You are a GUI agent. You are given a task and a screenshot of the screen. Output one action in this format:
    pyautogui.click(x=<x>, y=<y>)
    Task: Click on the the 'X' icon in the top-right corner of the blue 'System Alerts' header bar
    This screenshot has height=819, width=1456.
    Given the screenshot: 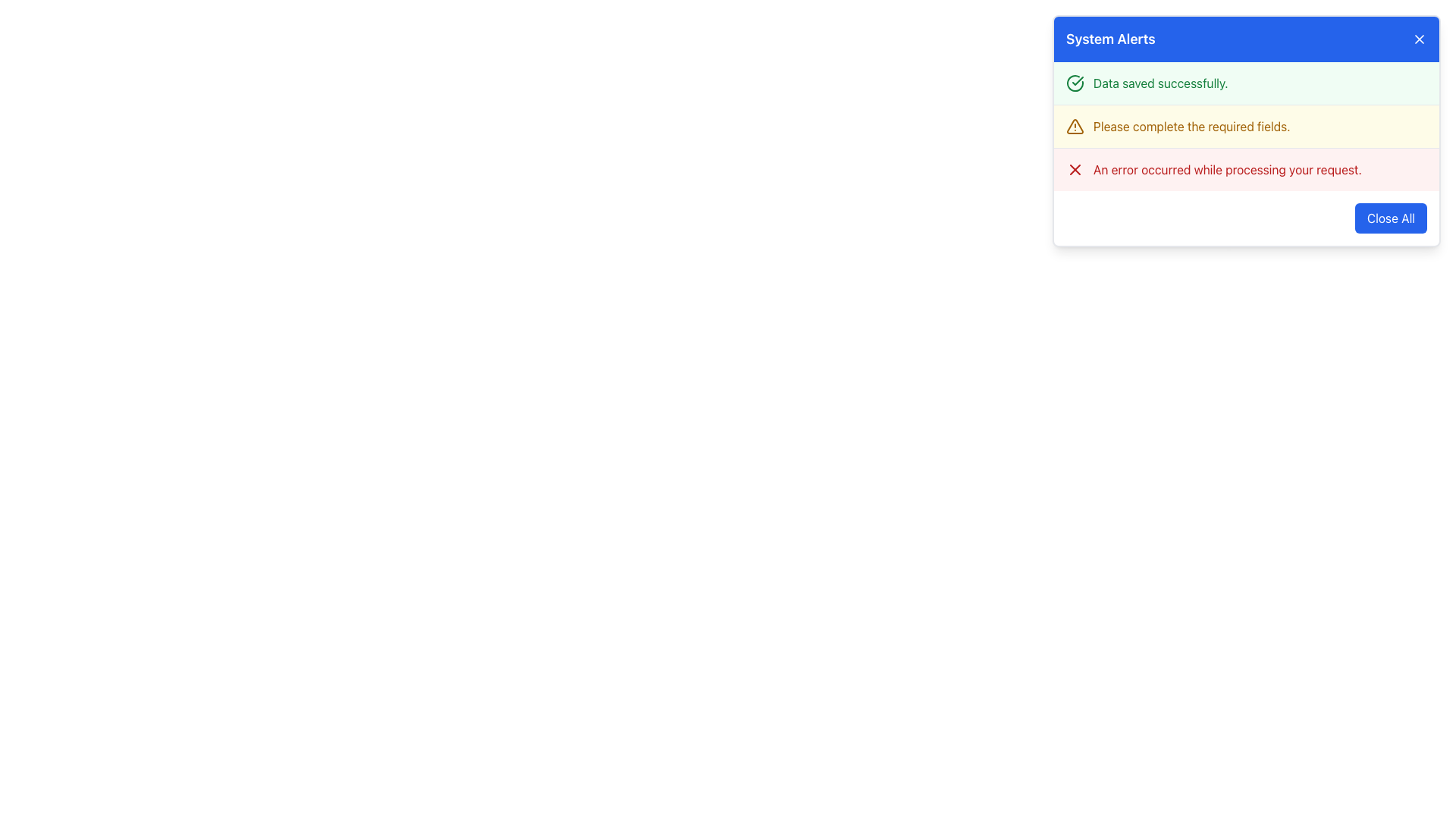 What is the action you would take?
    pyautogui.click(x=1419, y=38)
    